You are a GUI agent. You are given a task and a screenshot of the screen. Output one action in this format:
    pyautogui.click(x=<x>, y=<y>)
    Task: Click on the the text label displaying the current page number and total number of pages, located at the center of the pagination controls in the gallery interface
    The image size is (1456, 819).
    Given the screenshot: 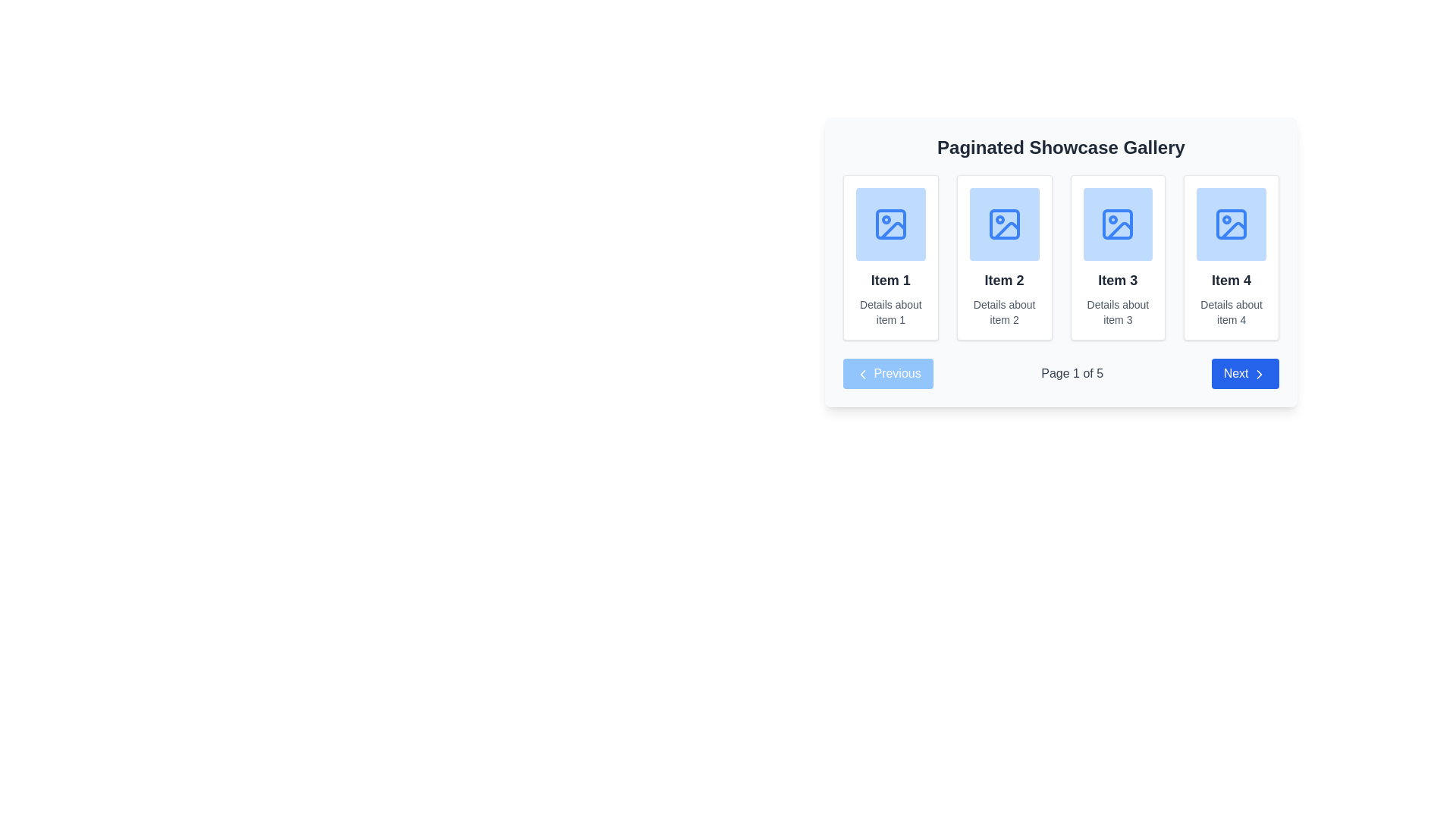 What is the action you would take?
    pyautogui.click(x=1072, y=374)
    